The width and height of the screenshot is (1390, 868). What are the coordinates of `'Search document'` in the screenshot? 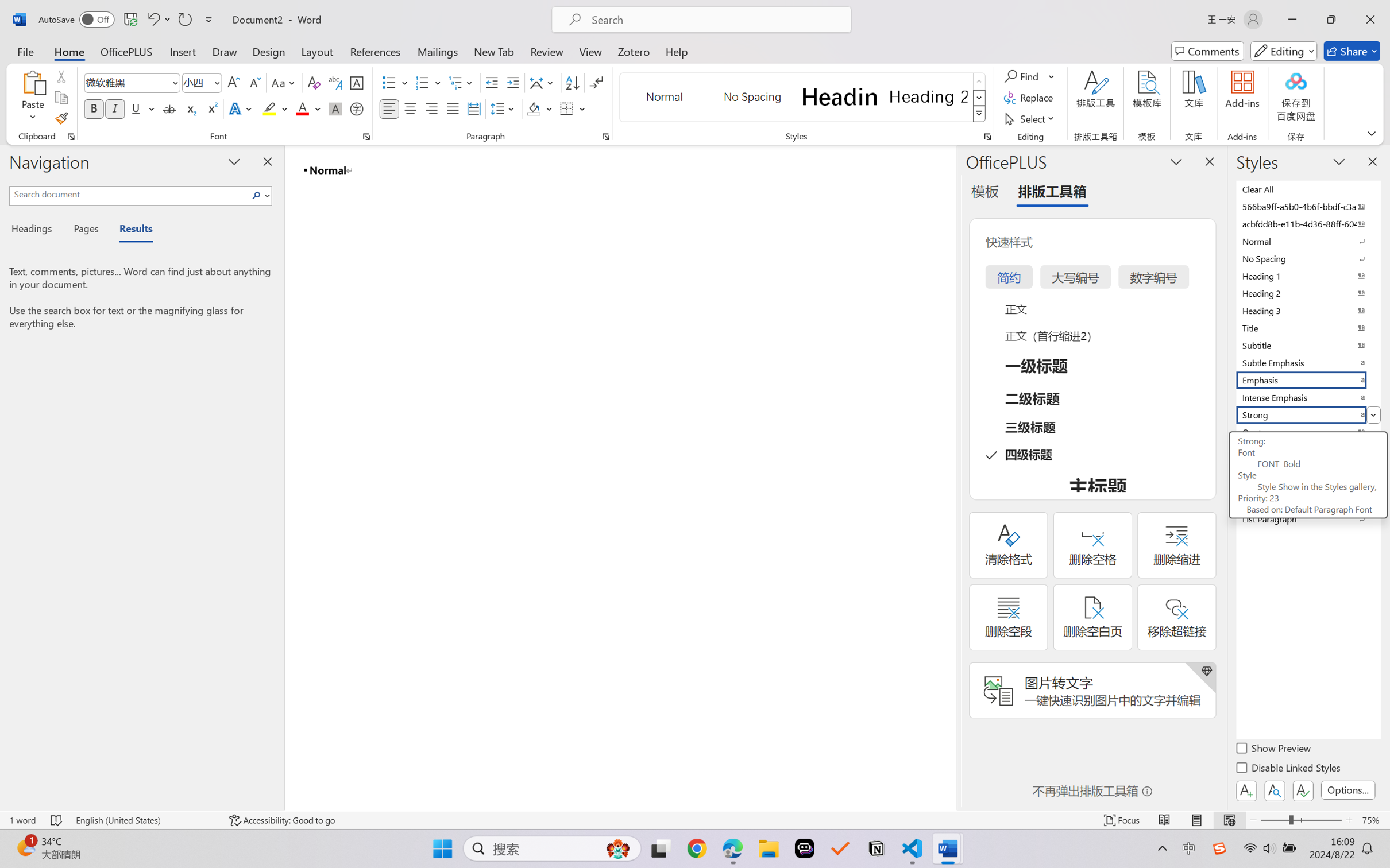 It's located at (129, 193).